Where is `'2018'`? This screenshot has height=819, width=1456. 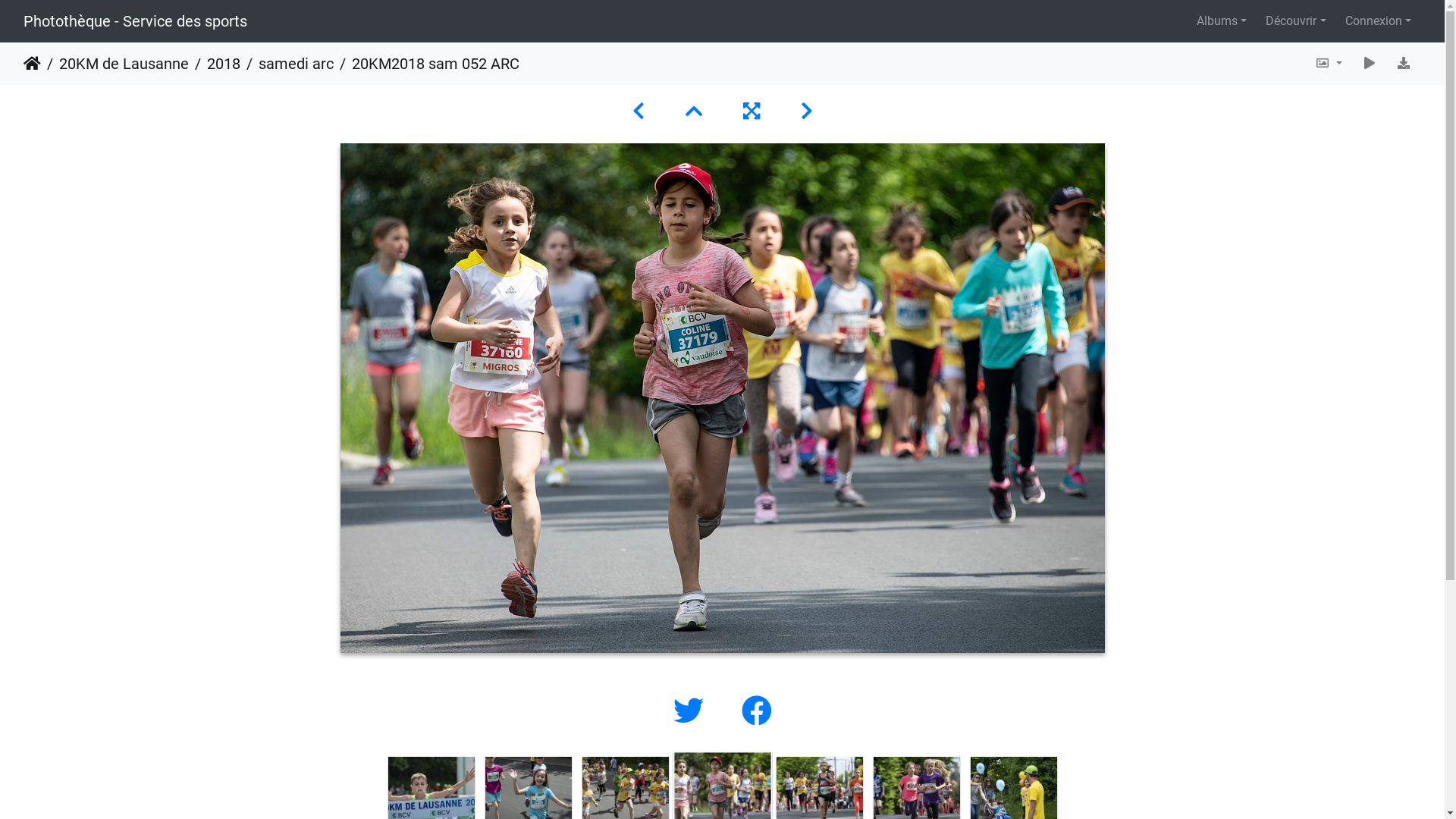 '2018' is located at coordinates (214, 63).